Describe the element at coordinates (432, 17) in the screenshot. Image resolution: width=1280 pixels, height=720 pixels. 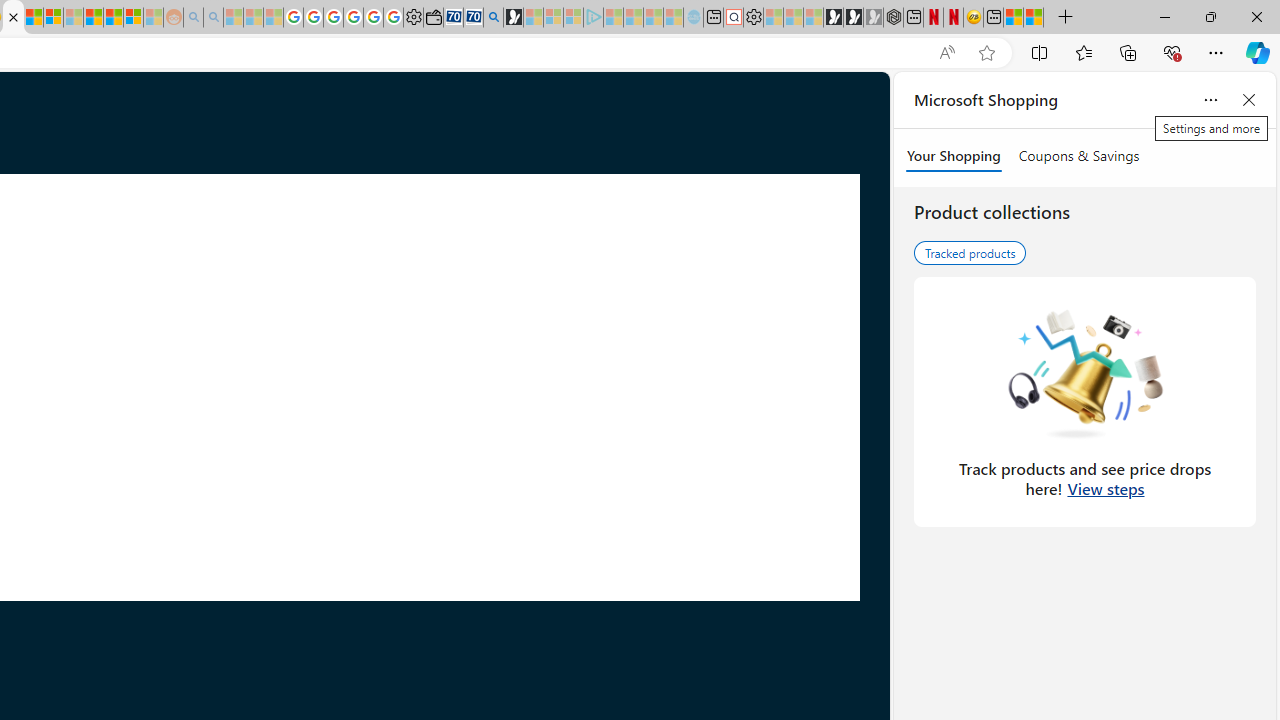
I see `'Wallet'` at that location.